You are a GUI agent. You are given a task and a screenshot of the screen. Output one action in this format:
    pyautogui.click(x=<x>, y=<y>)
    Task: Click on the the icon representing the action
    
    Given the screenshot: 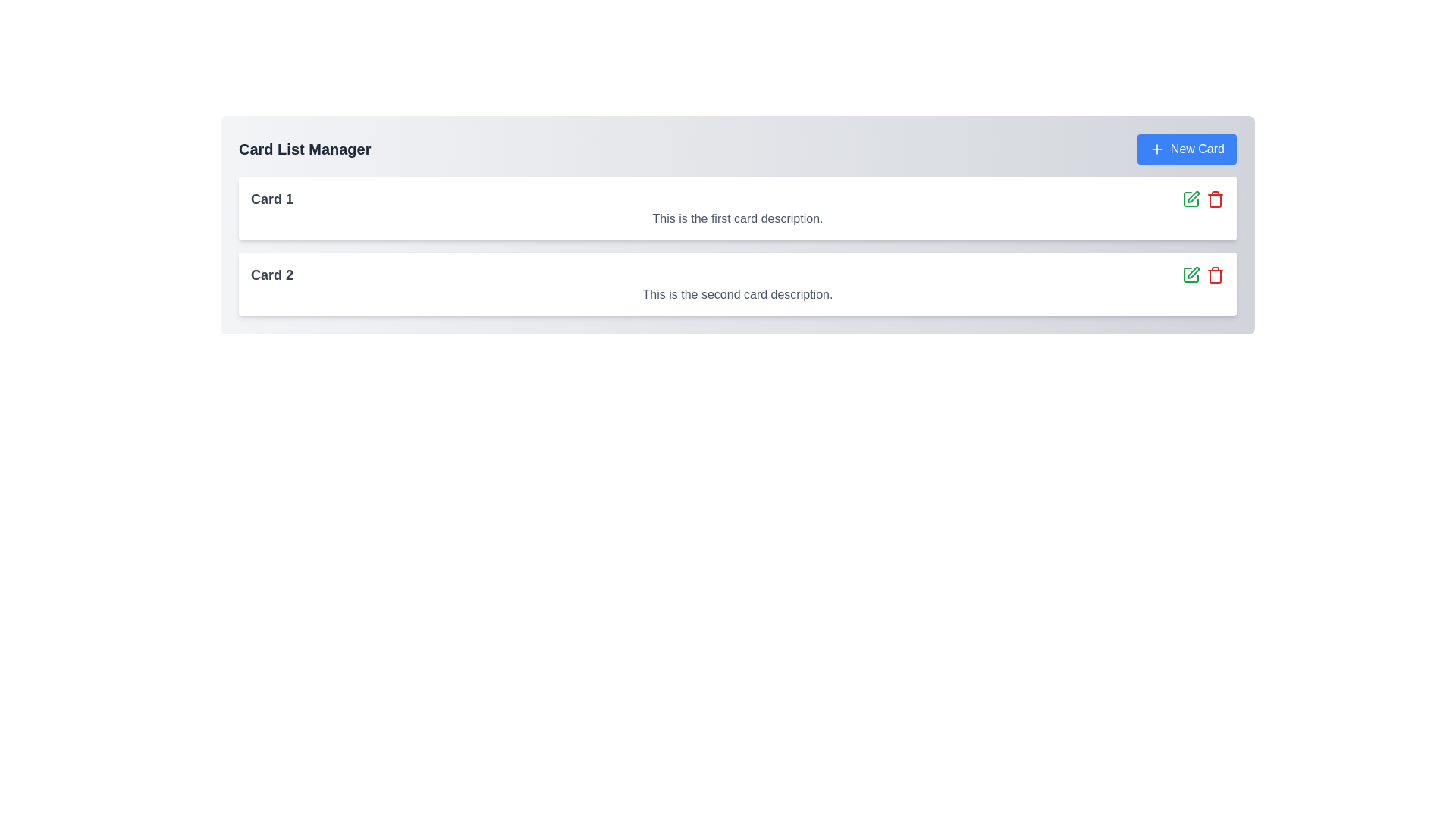 What is the action you would take?
    pyautogui.click(x=1156, y=149)
    